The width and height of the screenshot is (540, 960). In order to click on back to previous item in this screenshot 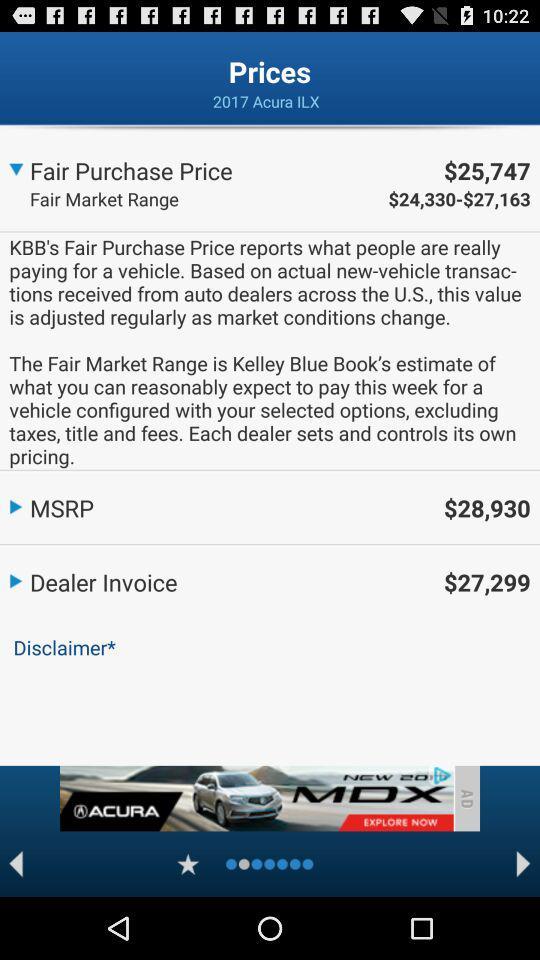, I will do `click(15, 863)`.